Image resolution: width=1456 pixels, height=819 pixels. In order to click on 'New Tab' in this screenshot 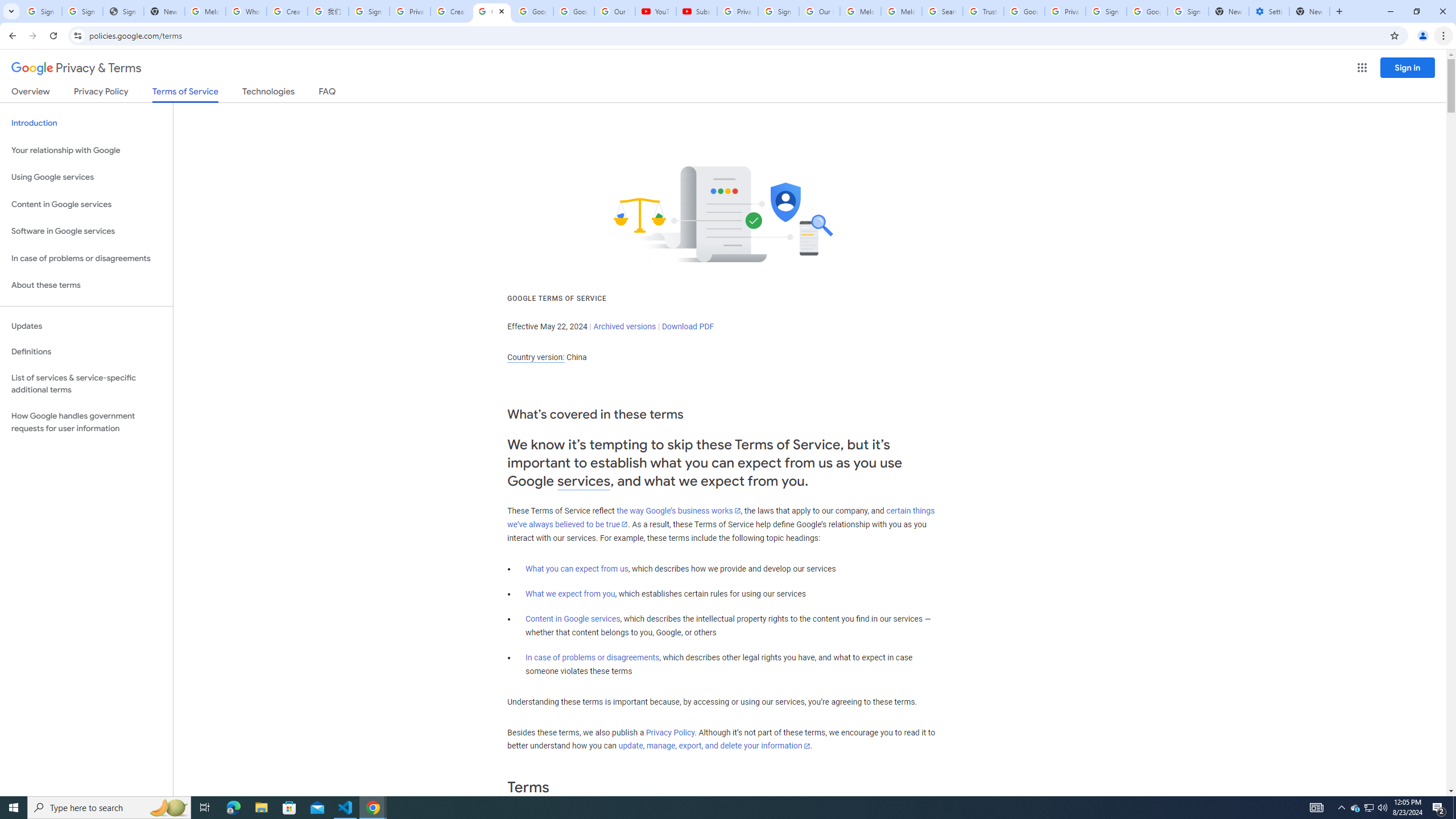, I will do `click(1309, 11)`.